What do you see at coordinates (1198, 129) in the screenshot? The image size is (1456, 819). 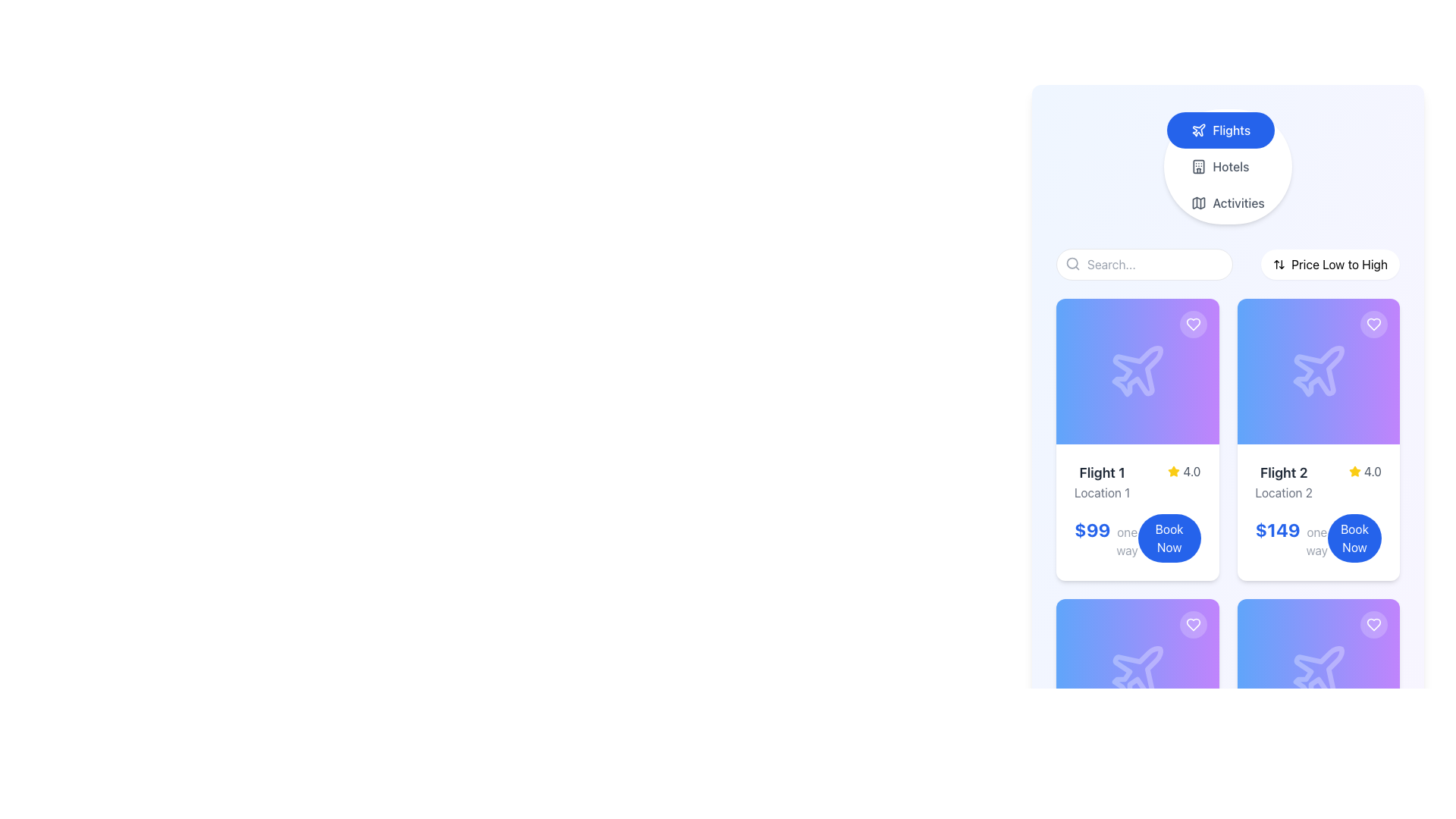 I see `the 'Flights' tab icon located at the top-right portion of the interface` at bounding box center [1198, 129].